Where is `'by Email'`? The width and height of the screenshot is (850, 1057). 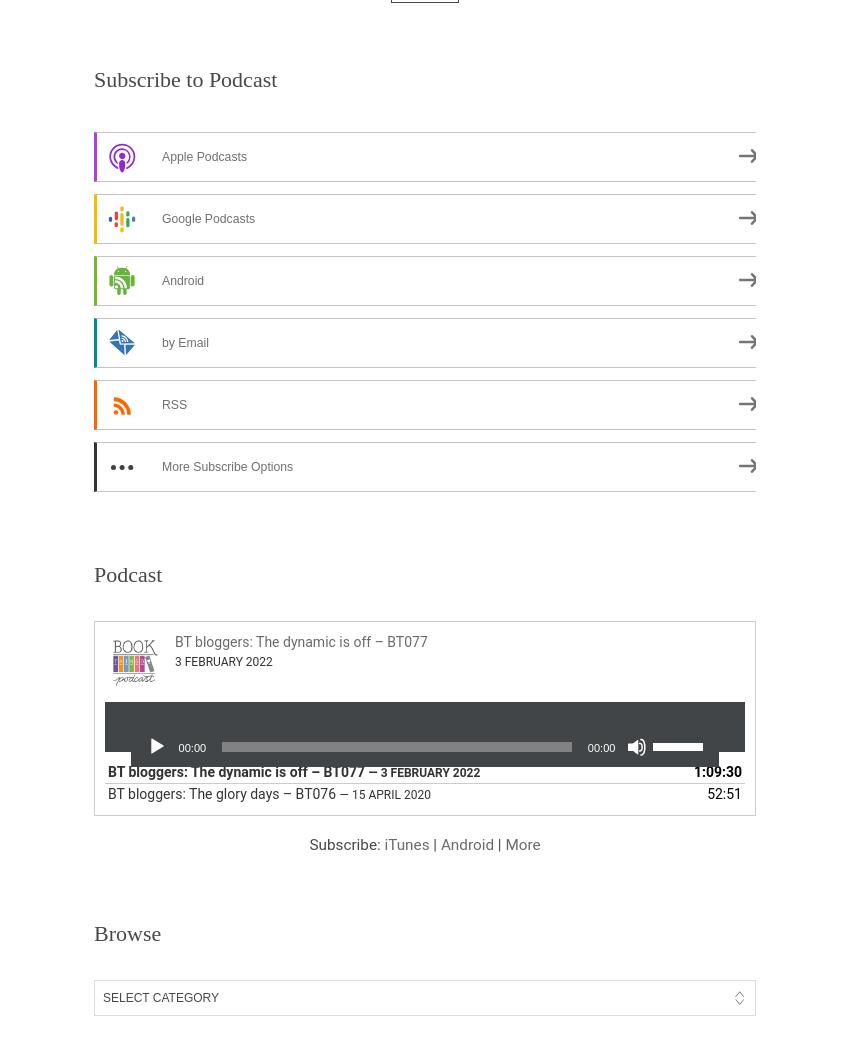
'by Email' is located at coordinates (183, 342).